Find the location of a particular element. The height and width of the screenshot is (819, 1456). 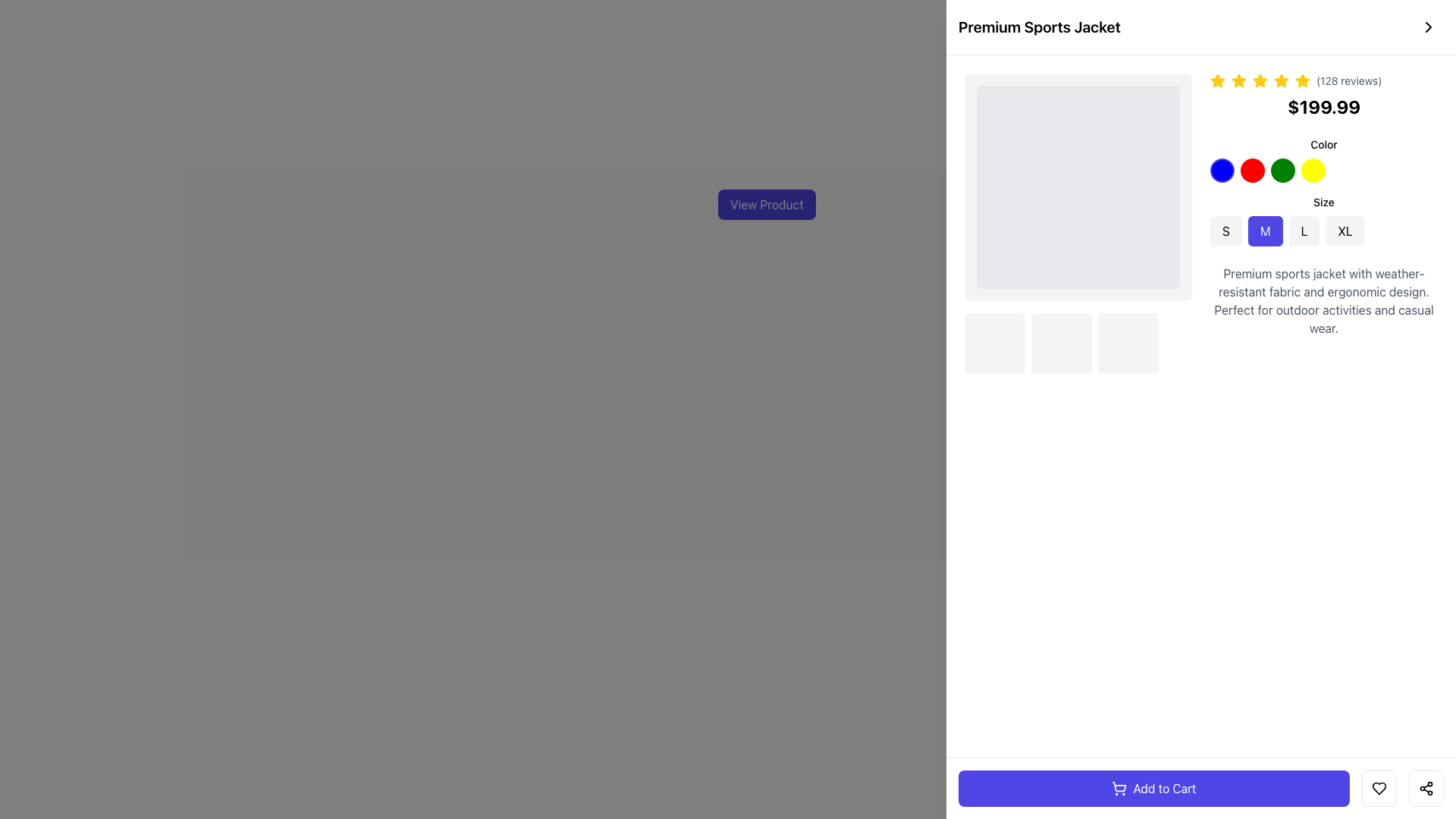

the heart-shaped icon outlined in black, located in the bottom-right corner of the interface is located at coordinates (1379, 788).